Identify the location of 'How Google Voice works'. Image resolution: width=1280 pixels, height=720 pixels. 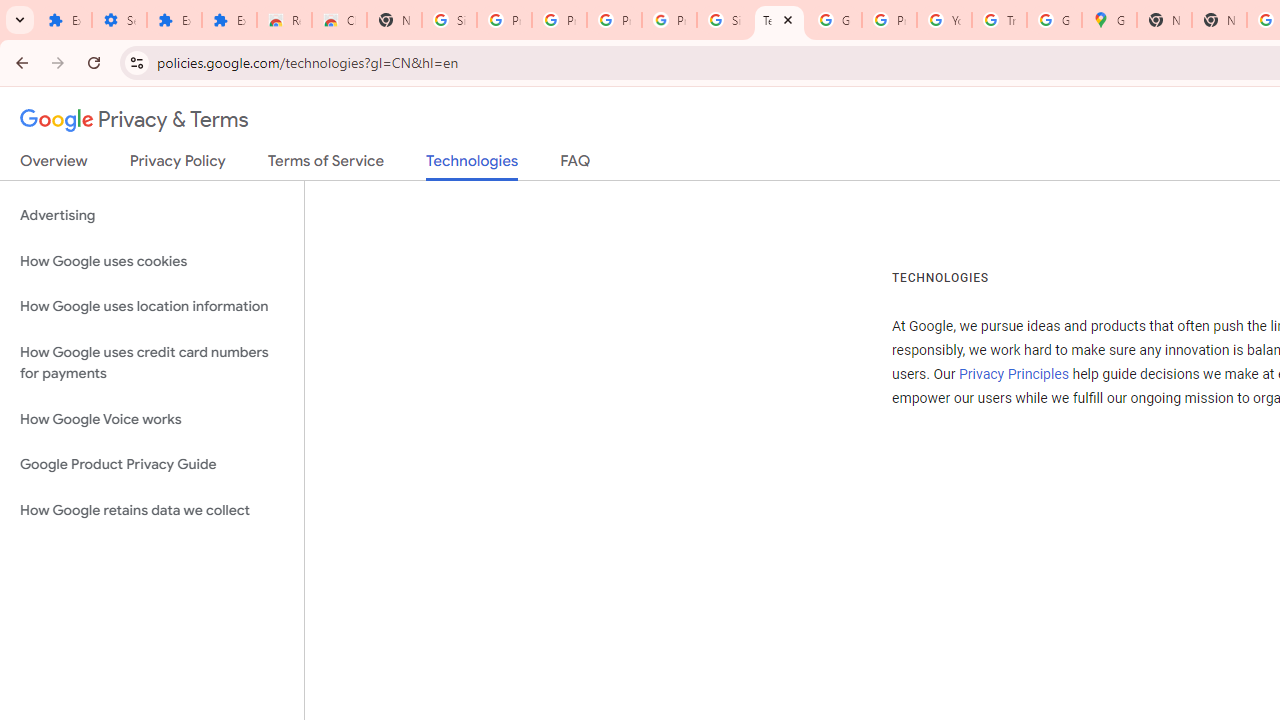
(151, 418).